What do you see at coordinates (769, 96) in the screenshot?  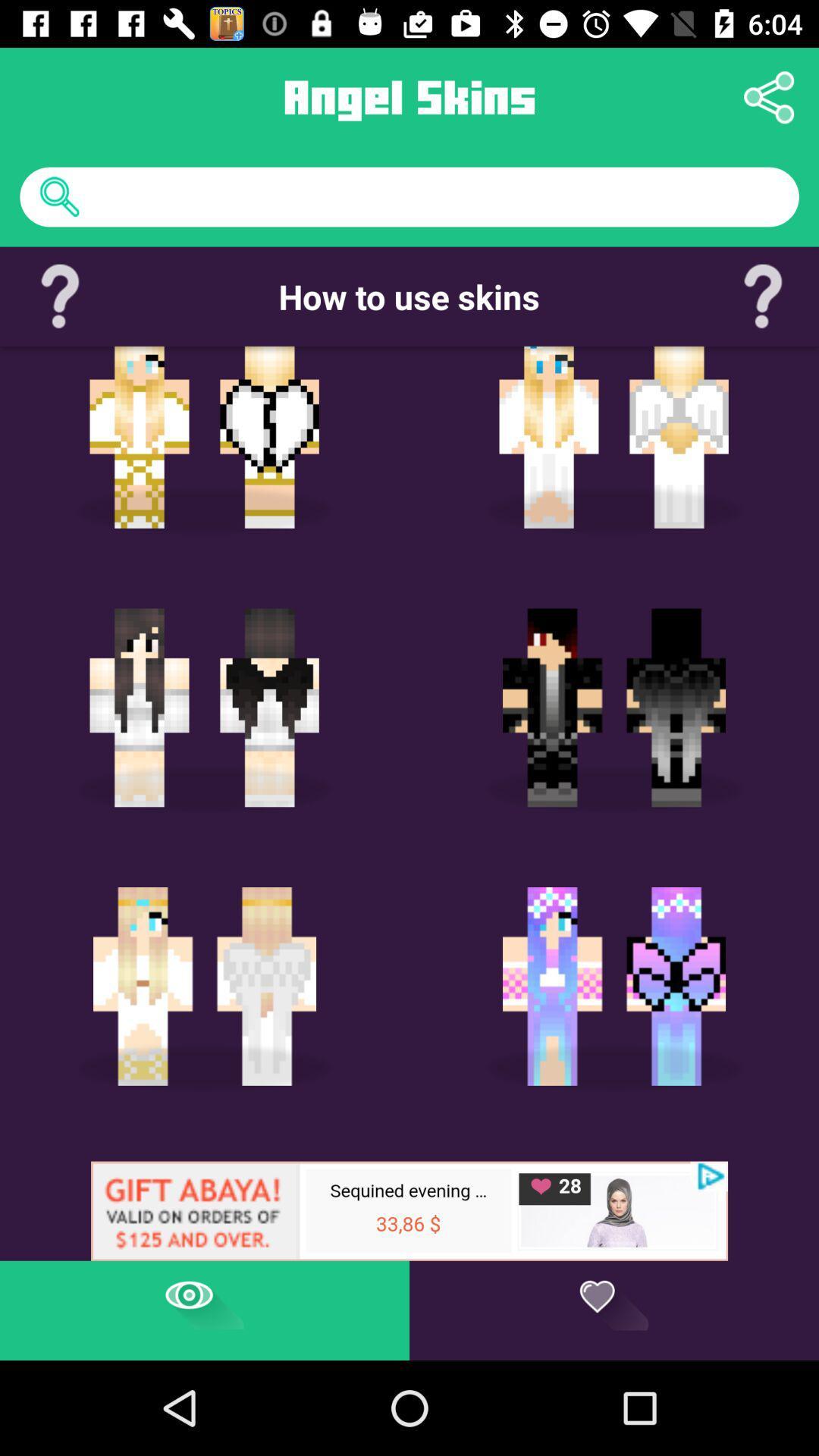 I see `the share icon` at bounding box center [769, 96].